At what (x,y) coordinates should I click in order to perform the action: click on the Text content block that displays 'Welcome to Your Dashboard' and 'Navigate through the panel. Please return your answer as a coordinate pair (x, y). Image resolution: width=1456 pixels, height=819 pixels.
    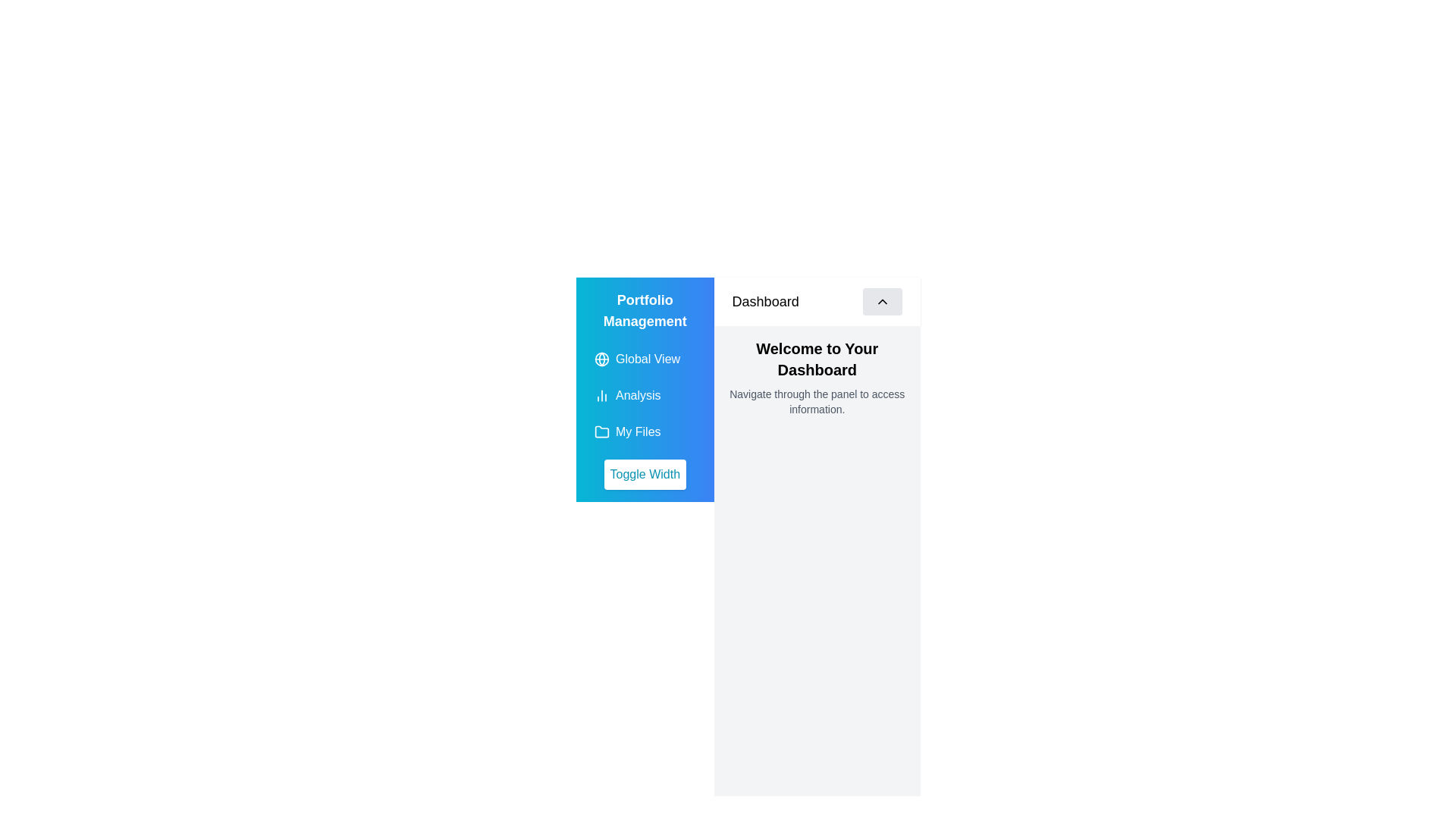
    Looking at the image, I should click on (816, 376).